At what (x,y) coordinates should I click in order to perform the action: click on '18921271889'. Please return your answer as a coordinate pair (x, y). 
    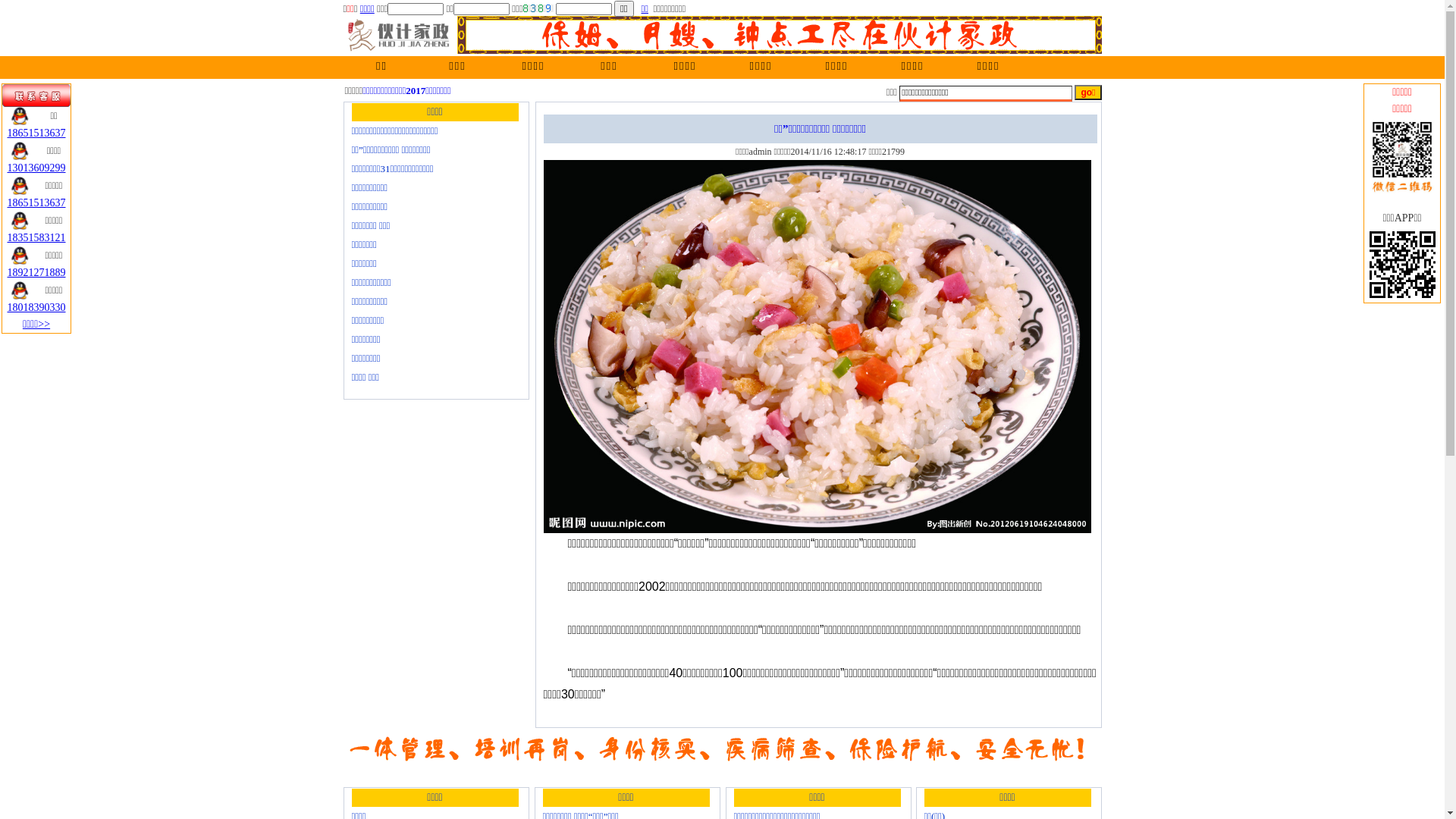
    Looking at the image, I should click on (36, 271).